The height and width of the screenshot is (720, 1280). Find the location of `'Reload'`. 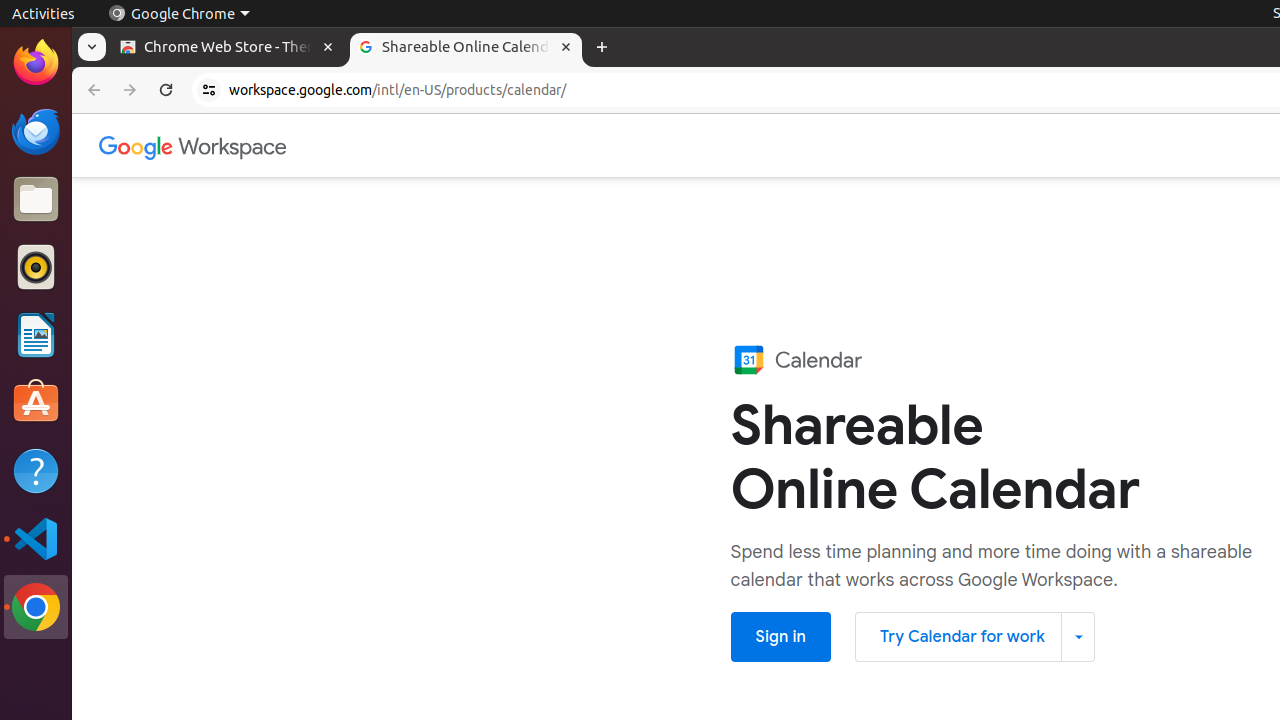

'Reload' is located at coordinates (166, 90).